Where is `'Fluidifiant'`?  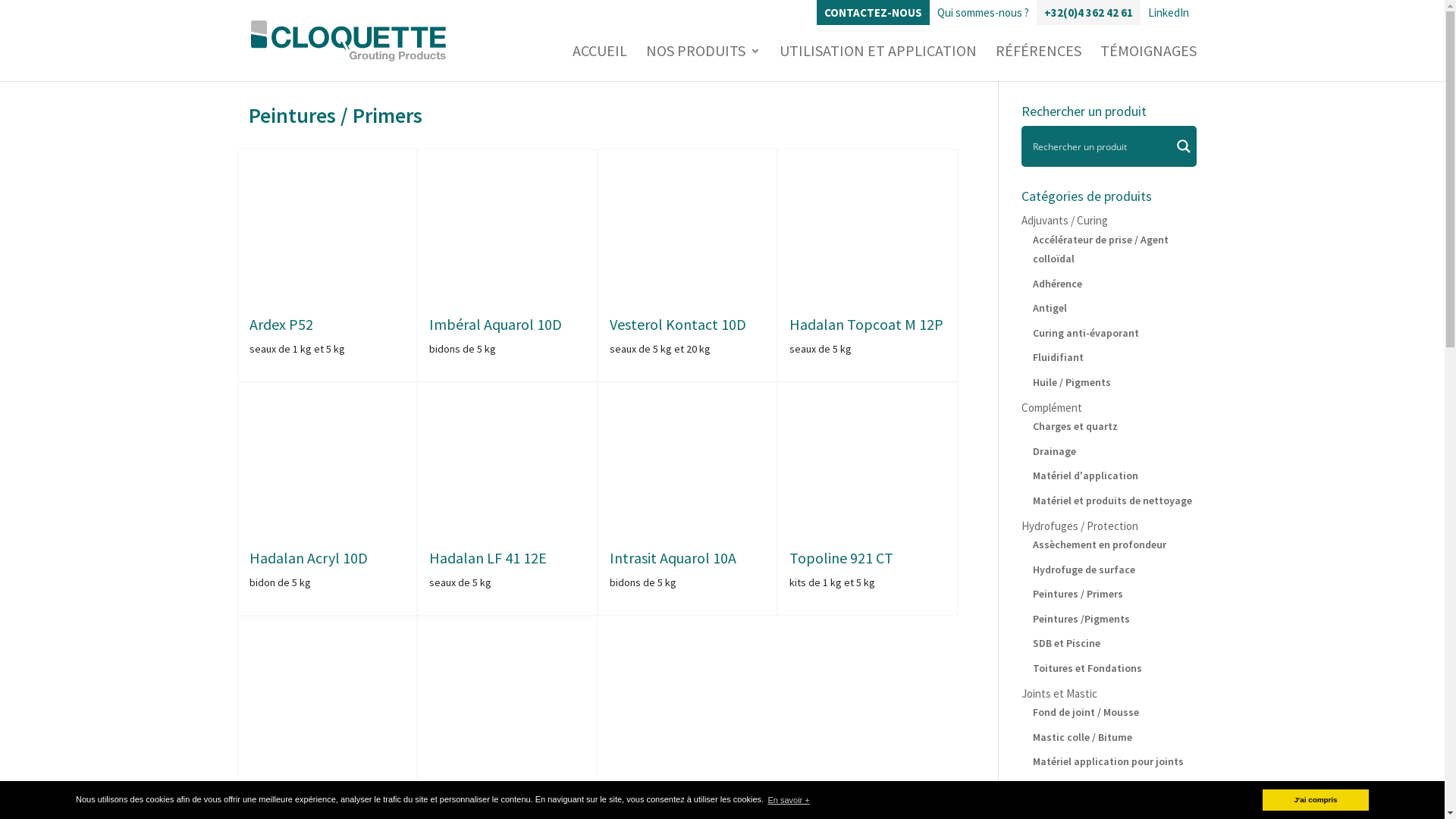
'Fluidifiant' is located at coordinates (1032, 356).